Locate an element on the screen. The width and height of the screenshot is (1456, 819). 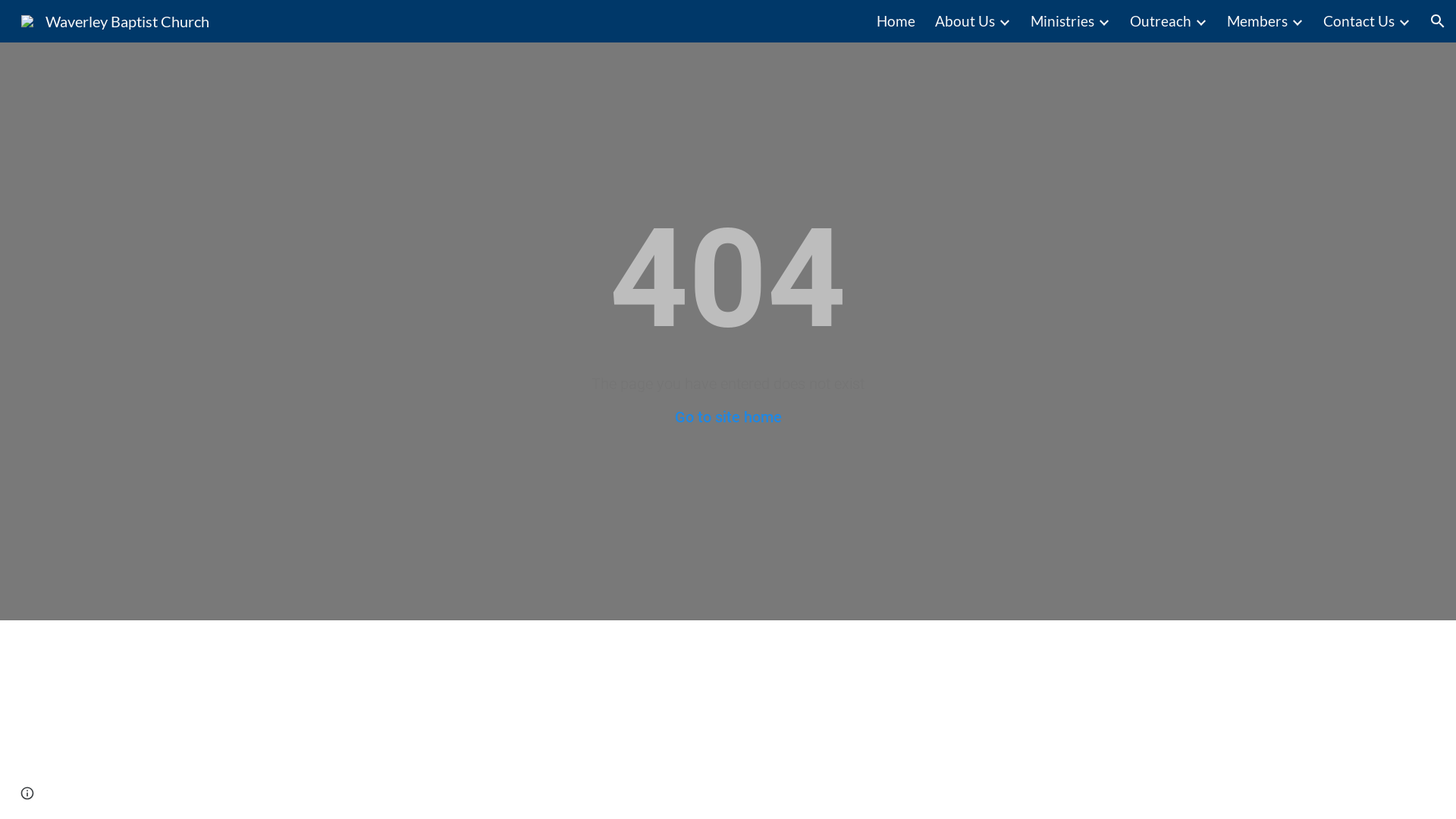
'Outreach' is located at coordinates (1159, 20).